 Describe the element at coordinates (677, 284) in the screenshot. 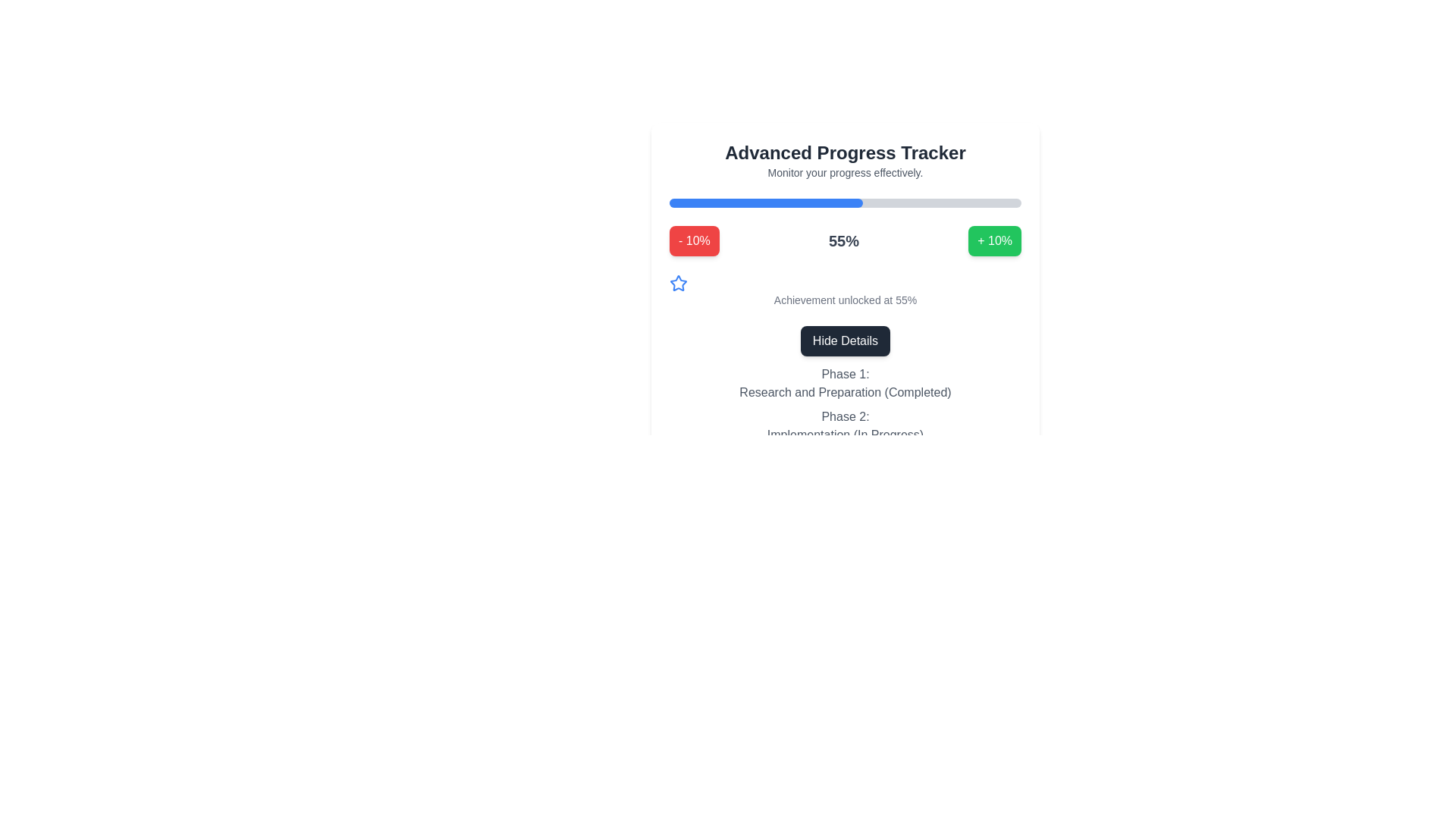

I see `the blue outlined star icon with rounded edges located in the achievements section below the progress bar, which is the leftmost icon within the 'Achievements unlocked at 55%' section` at that location.